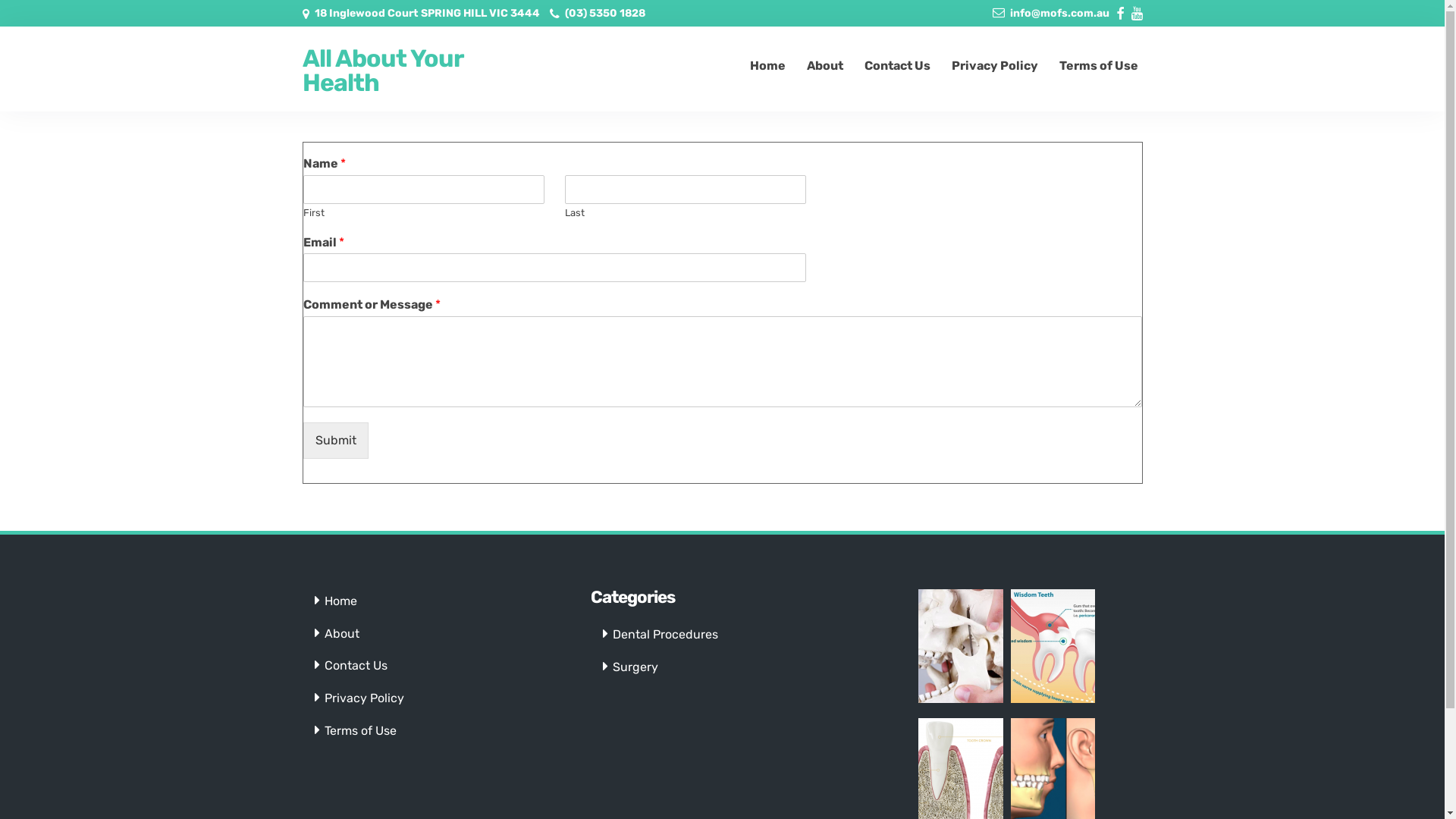 This screenshot has width=1456, height=819. Describe the element at coordinates (355, 664) in the screenshot. I see `'Contact Us'` at that location.